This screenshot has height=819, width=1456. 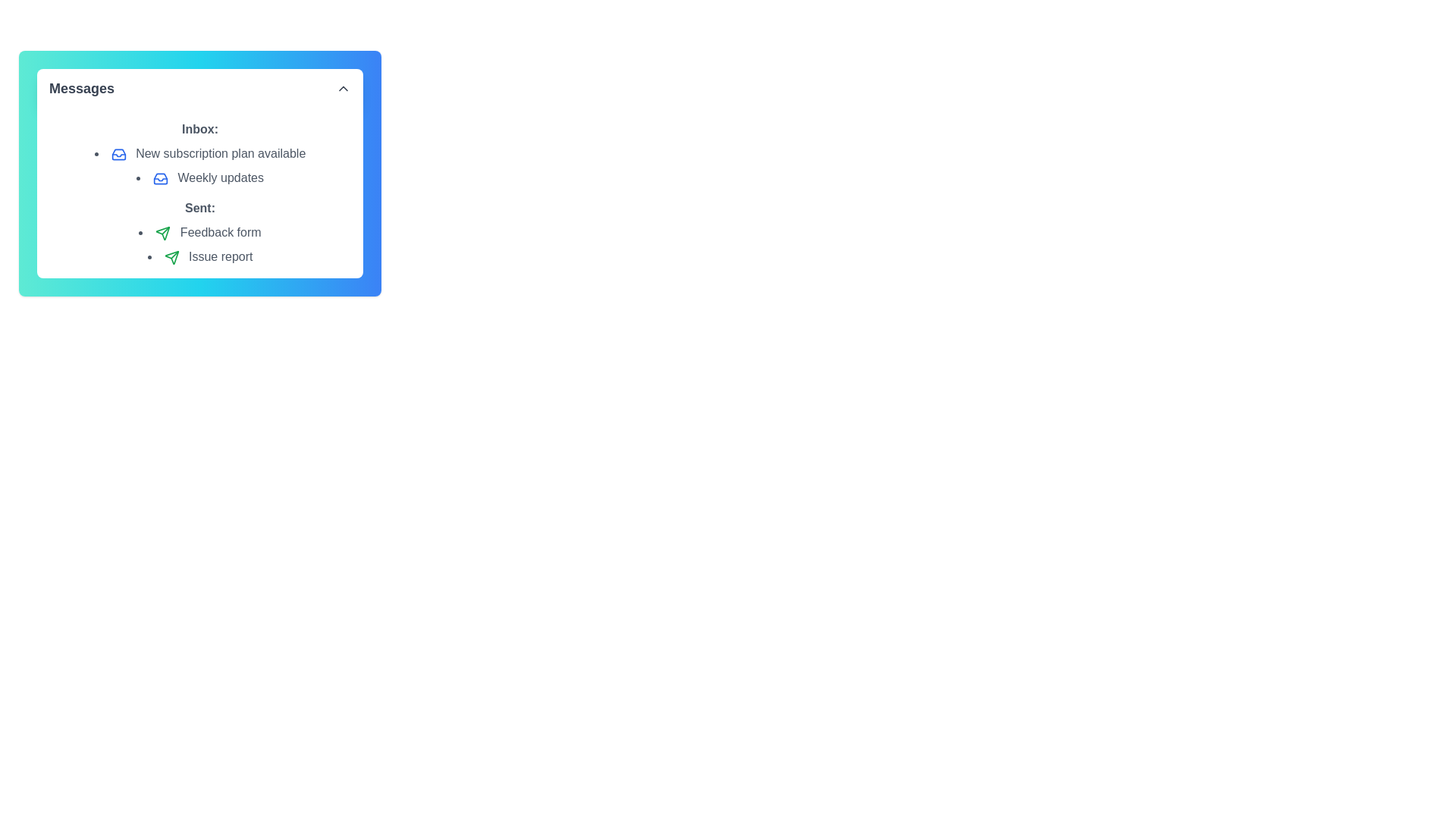 What do you see at coordinates (118, 154) in the screenshot?
I see `the inbox tray icon with a blue outline located under the 'Inbox' section, just above the text 'New subscription plan available'` at bounding box center [118, 154].